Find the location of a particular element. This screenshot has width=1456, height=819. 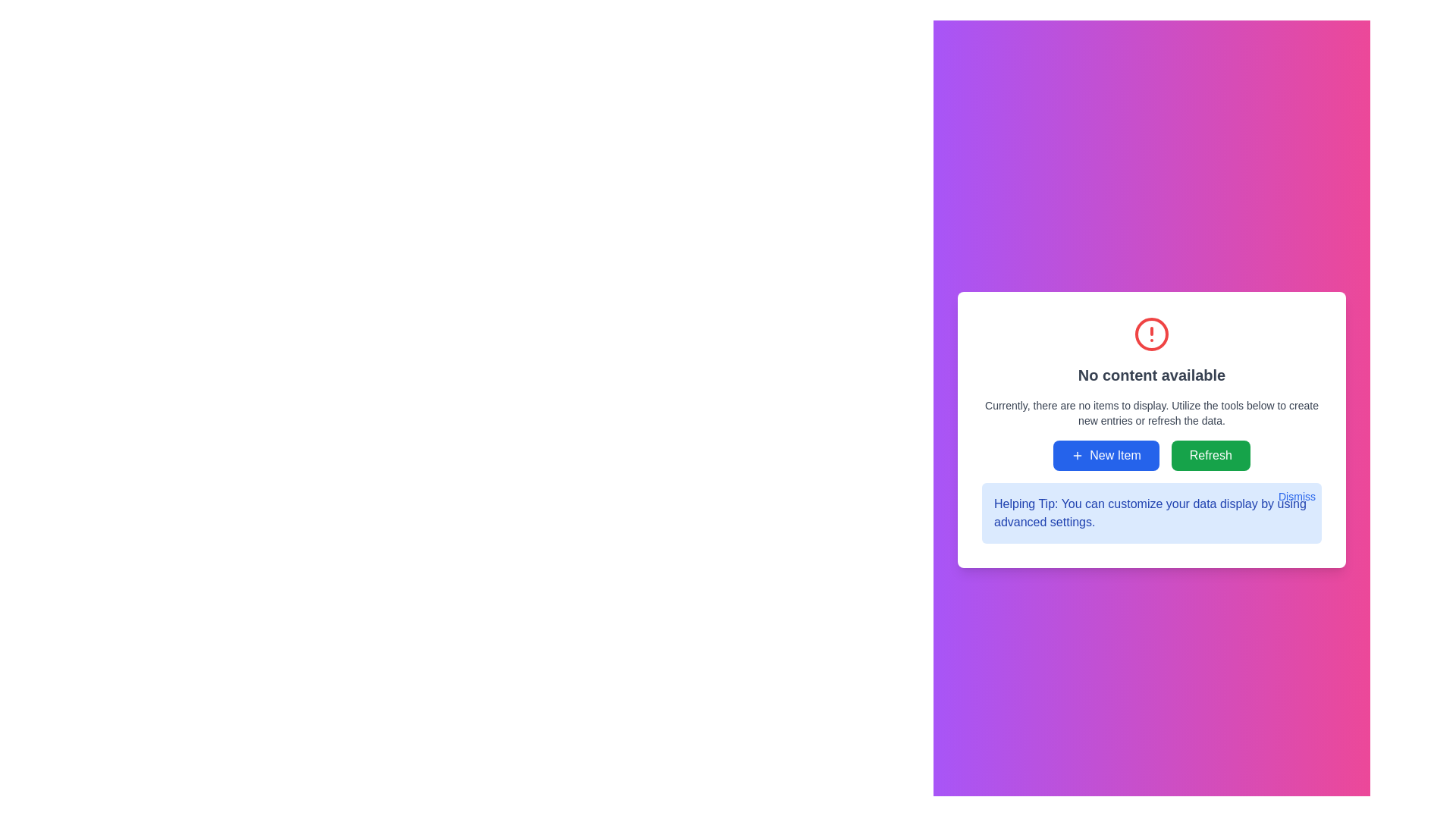

the first button in the horizontal panel to trigger hover effects is located at coordinates (1106, 455).